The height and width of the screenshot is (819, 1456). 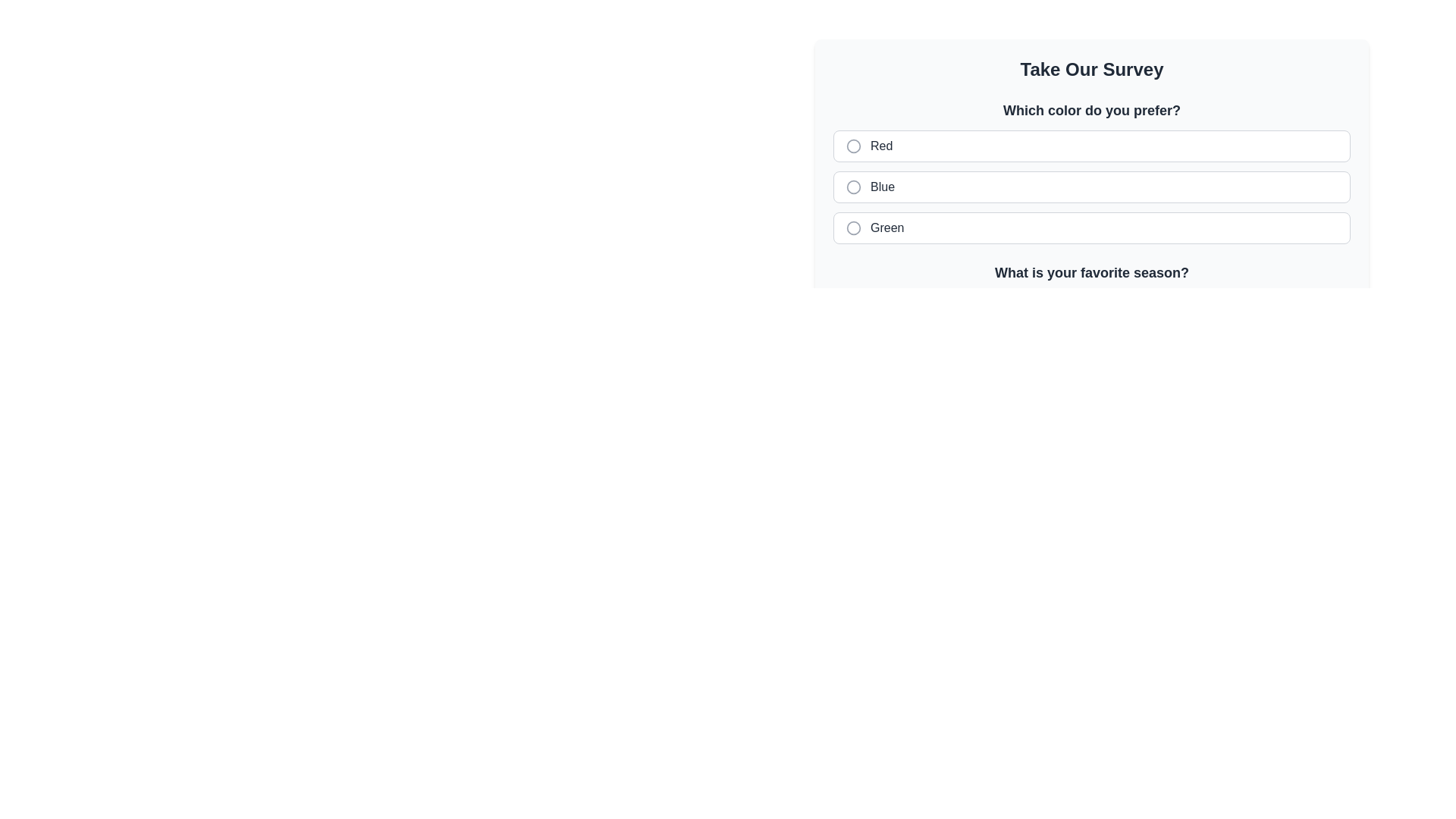 I want to click on the Circle graphic located just below the survey form, slightly to the left of its horizontal center, so click(x=854, y=308).